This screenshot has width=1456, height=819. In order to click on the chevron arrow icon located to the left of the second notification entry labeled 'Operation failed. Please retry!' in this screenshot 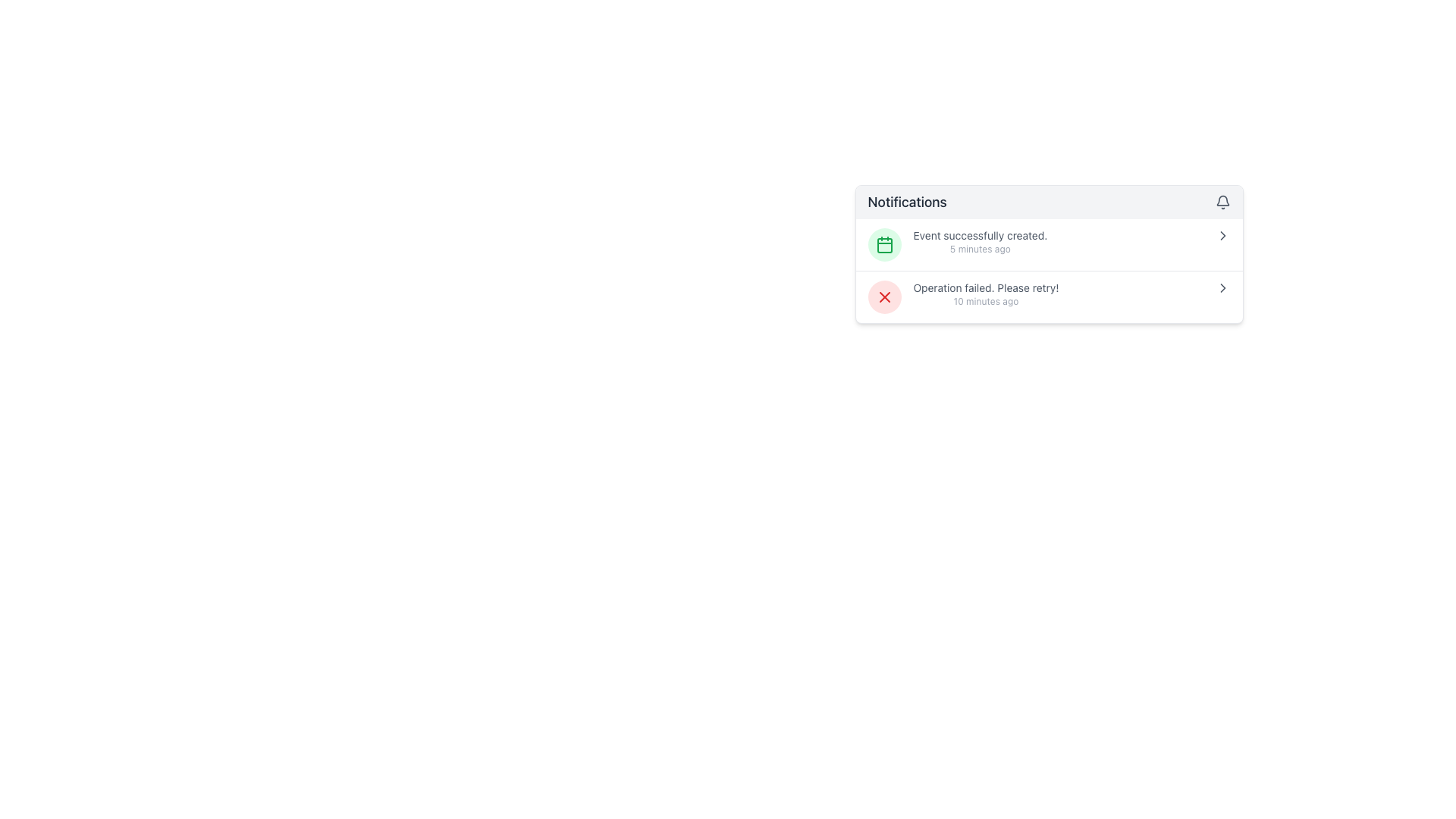, I will do `click(1222, 288)`.